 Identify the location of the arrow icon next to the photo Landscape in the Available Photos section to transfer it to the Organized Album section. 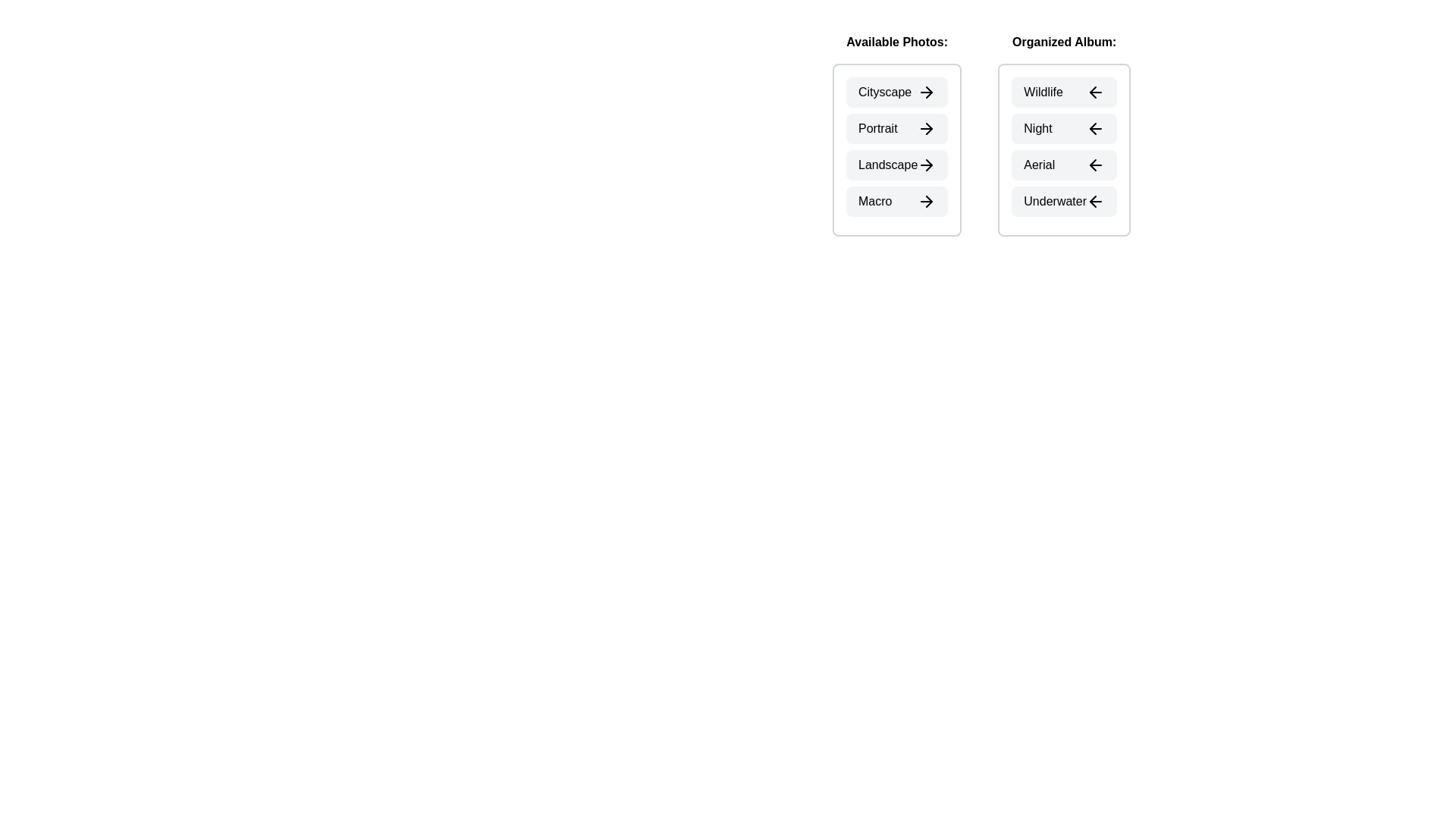
(926, 165).